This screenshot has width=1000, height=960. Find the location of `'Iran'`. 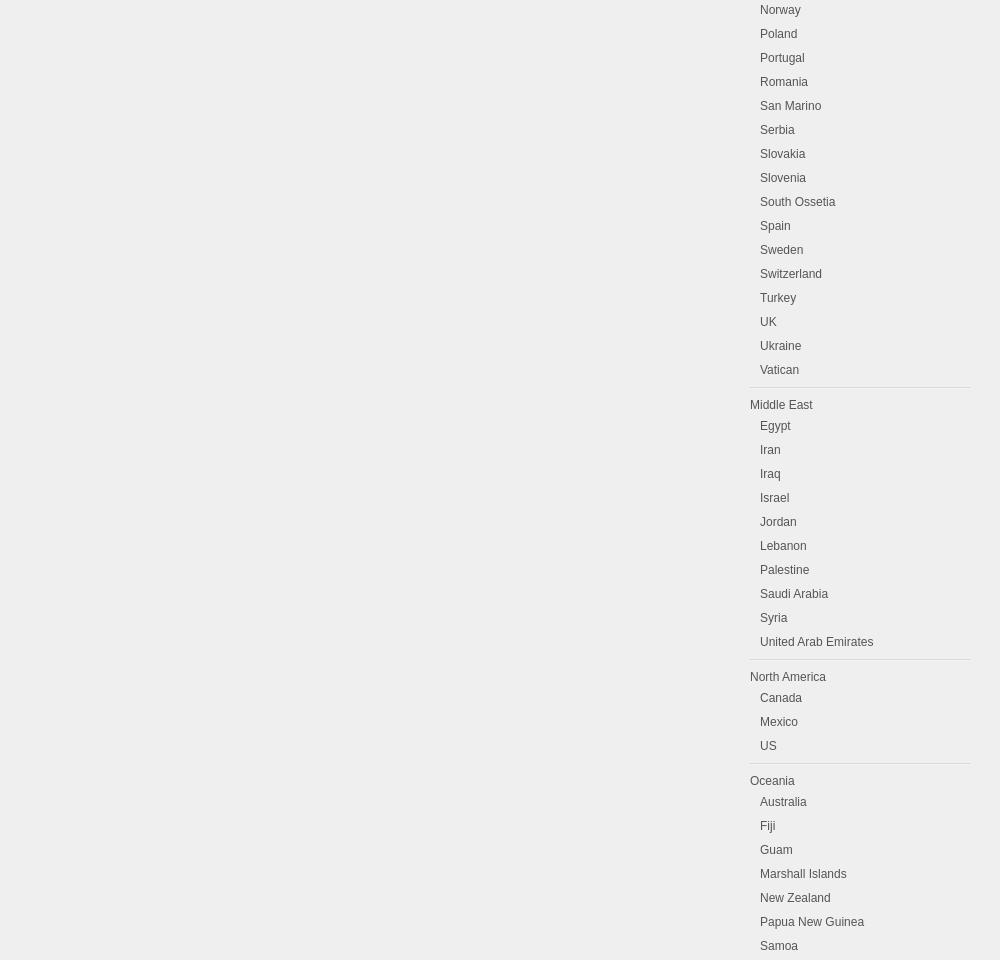

'Iran' is located at coordinates (770, 450).